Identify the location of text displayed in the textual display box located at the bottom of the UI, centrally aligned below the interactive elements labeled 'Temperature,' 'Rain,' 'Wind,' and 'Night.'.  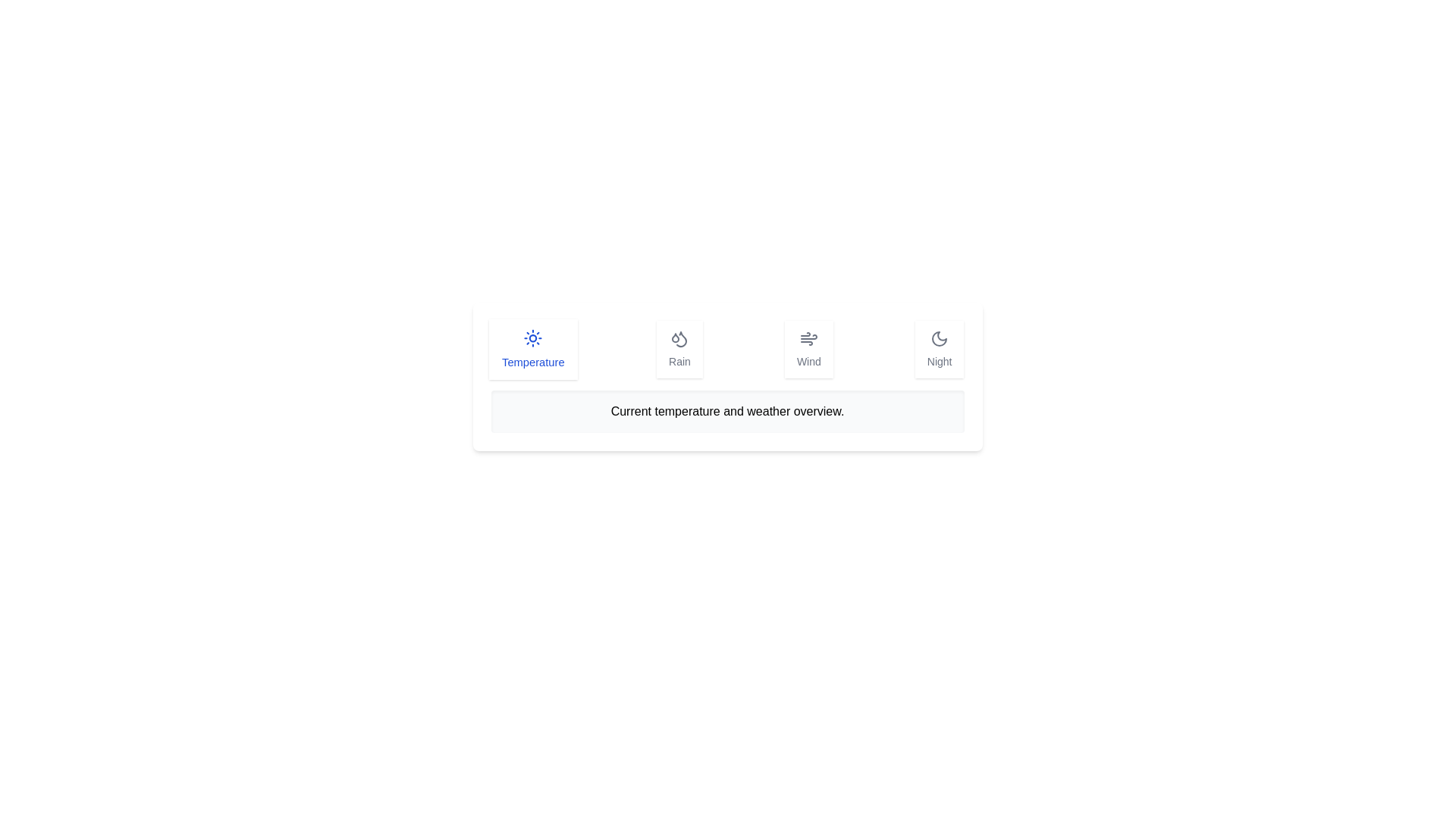
(726, 412).